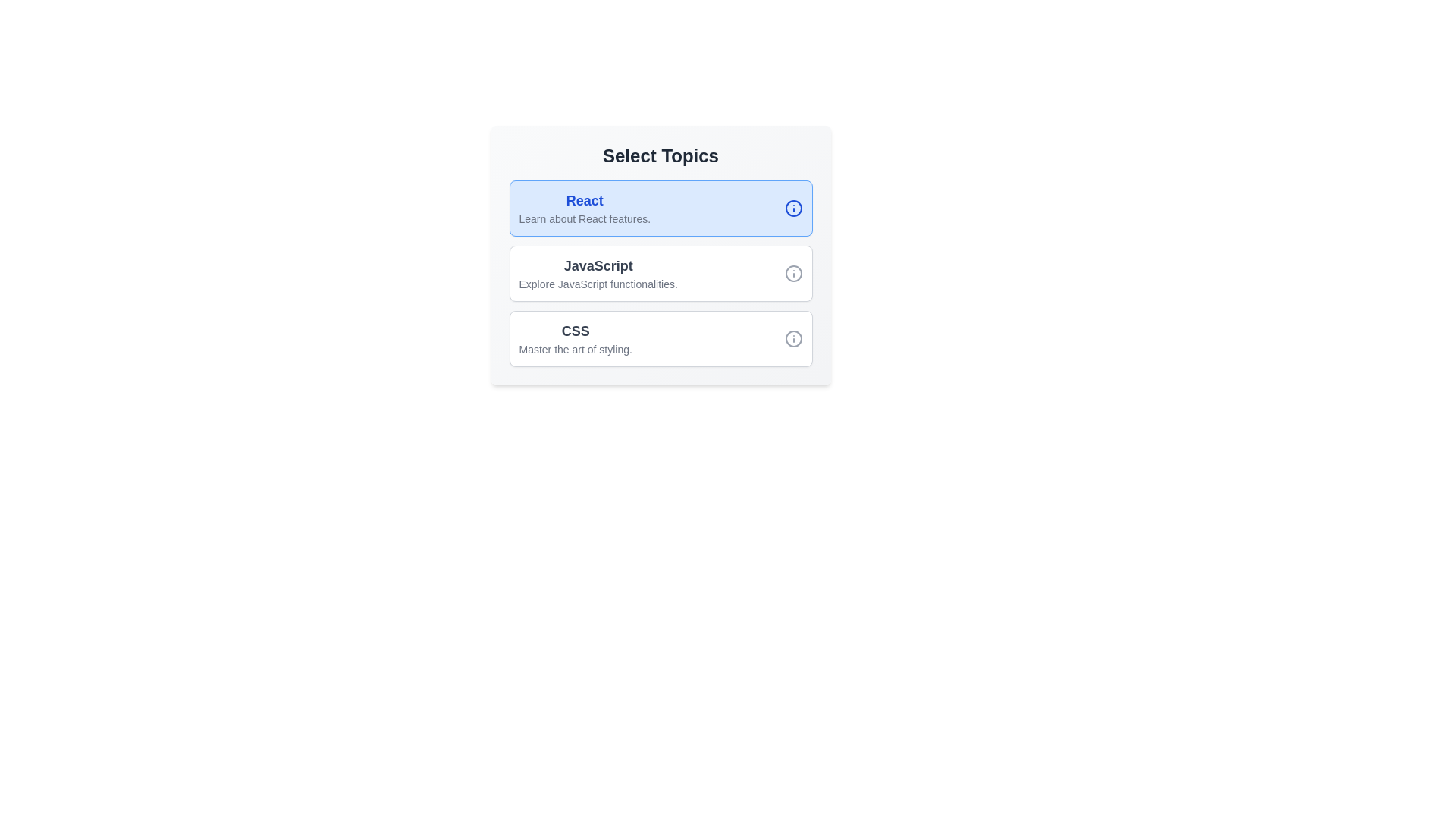 This screenshot has height=819, width=1456. I want to click on the topic CSS, so click(661, 338).